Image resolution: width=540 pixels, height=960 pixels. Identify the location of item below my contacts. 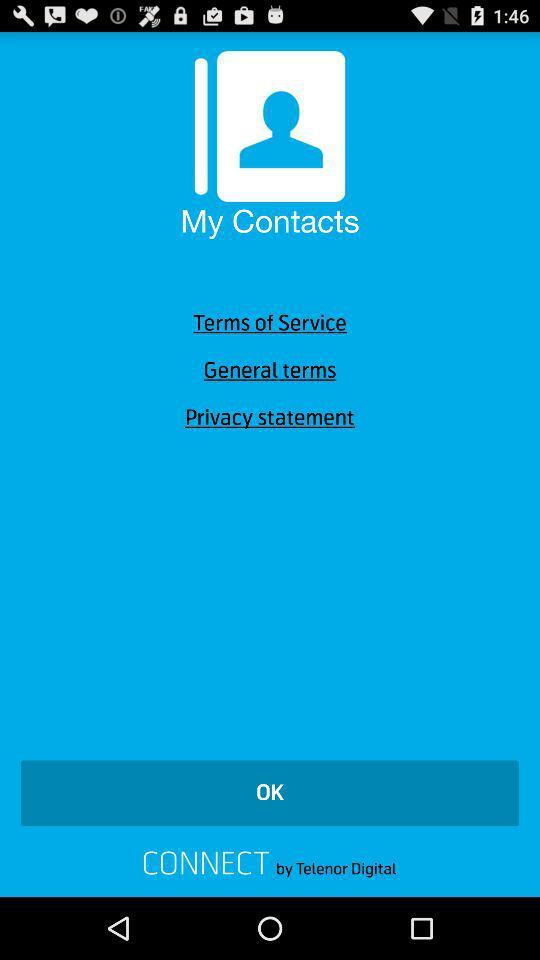
(270, 323).